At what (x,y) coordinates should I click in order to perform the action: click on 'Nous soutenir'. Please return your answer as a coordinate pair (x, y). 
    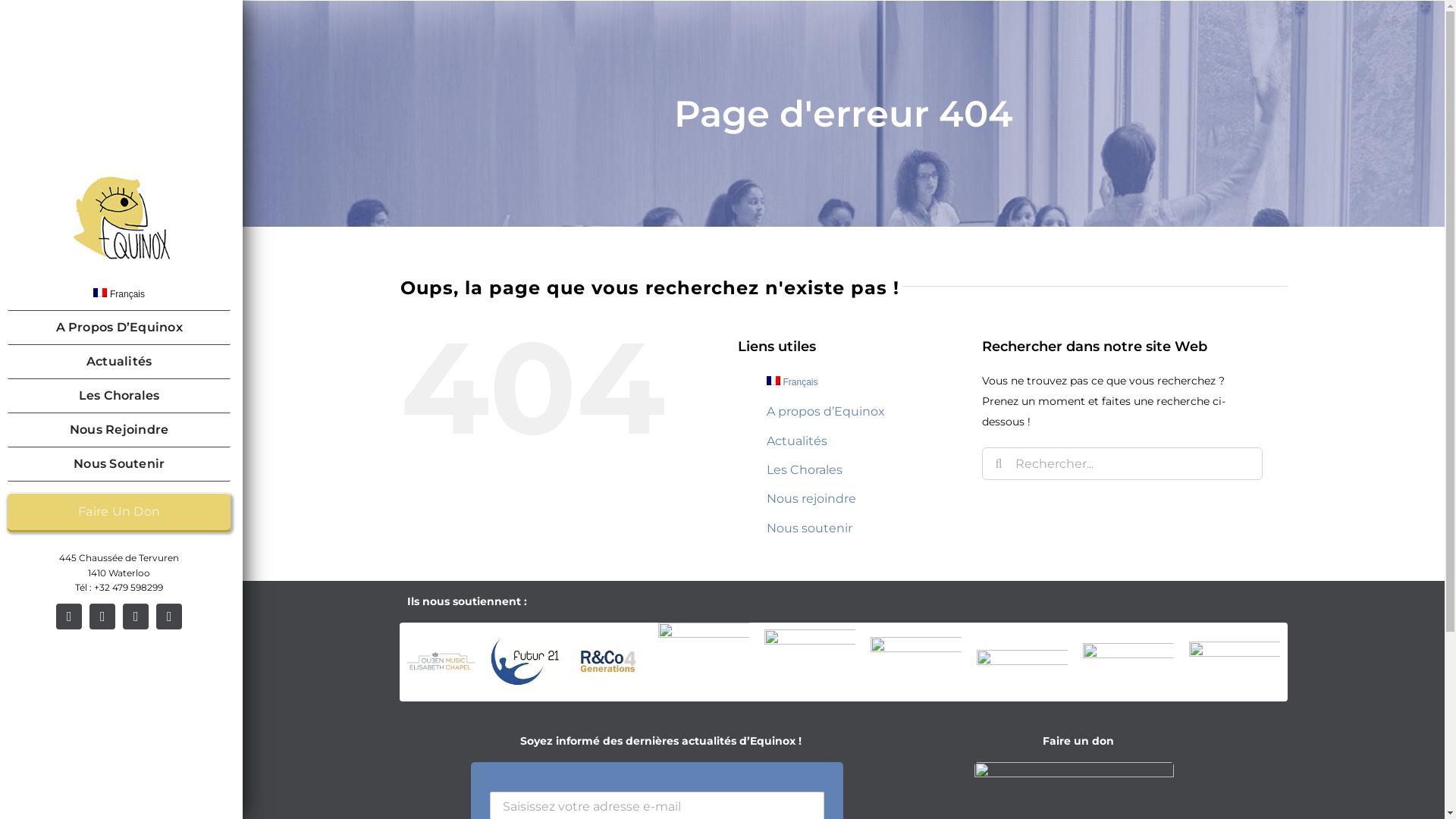
    Looking at the image, I should click on (767, 527).